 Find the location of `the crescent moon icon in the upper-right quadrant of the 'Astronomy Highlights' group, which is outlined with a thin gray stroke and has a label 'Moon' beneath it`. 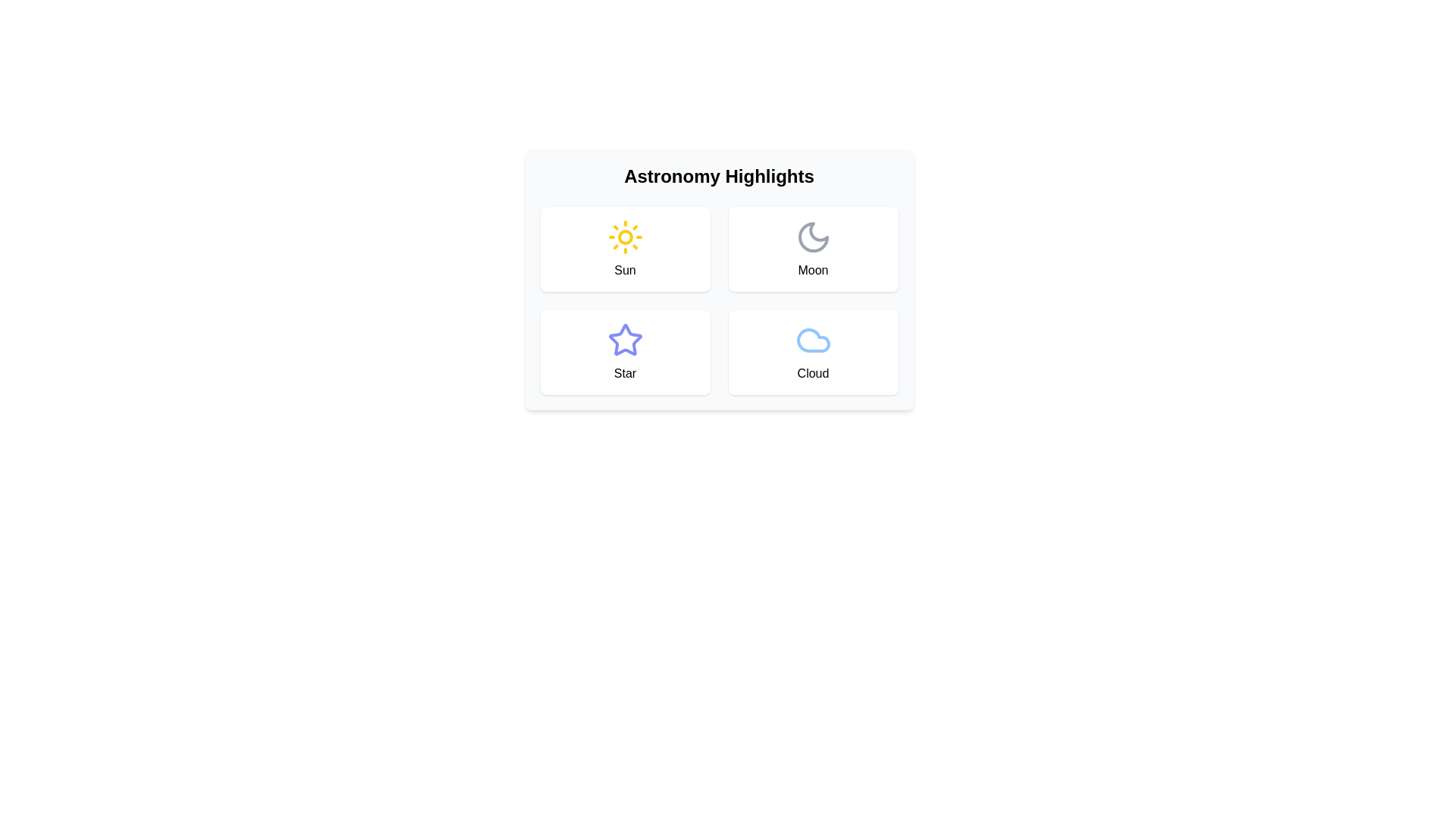

the crescent moon icon in the upper-right quadrant of the 'Astronomy Highlights' group, which is outlined with a thin gray stroke and has a label 'Moon' beneath it is located at coordinates (812, 237).